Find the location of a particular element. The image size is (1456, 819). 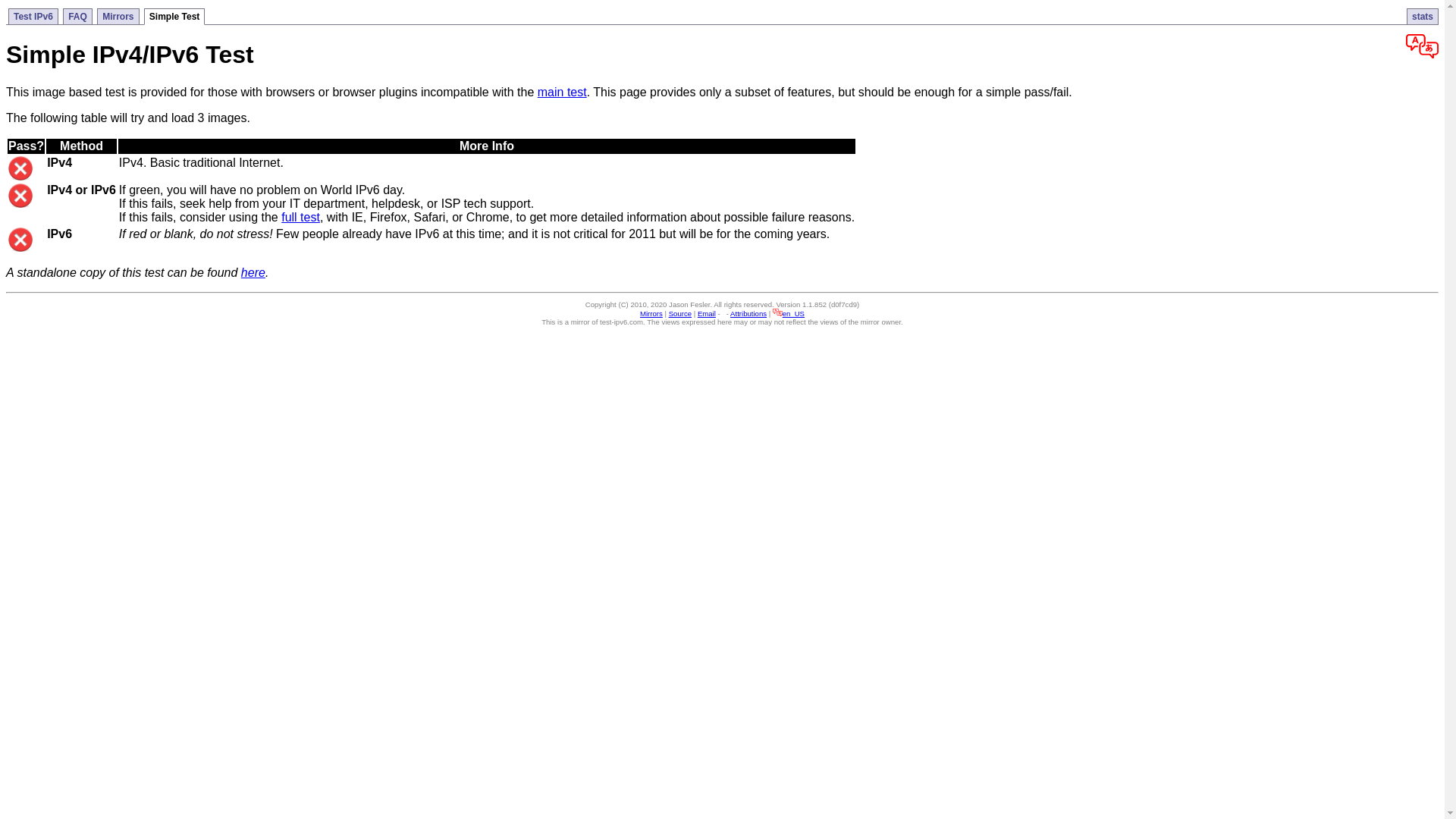

'main test' is located at coordinates (561, 92).